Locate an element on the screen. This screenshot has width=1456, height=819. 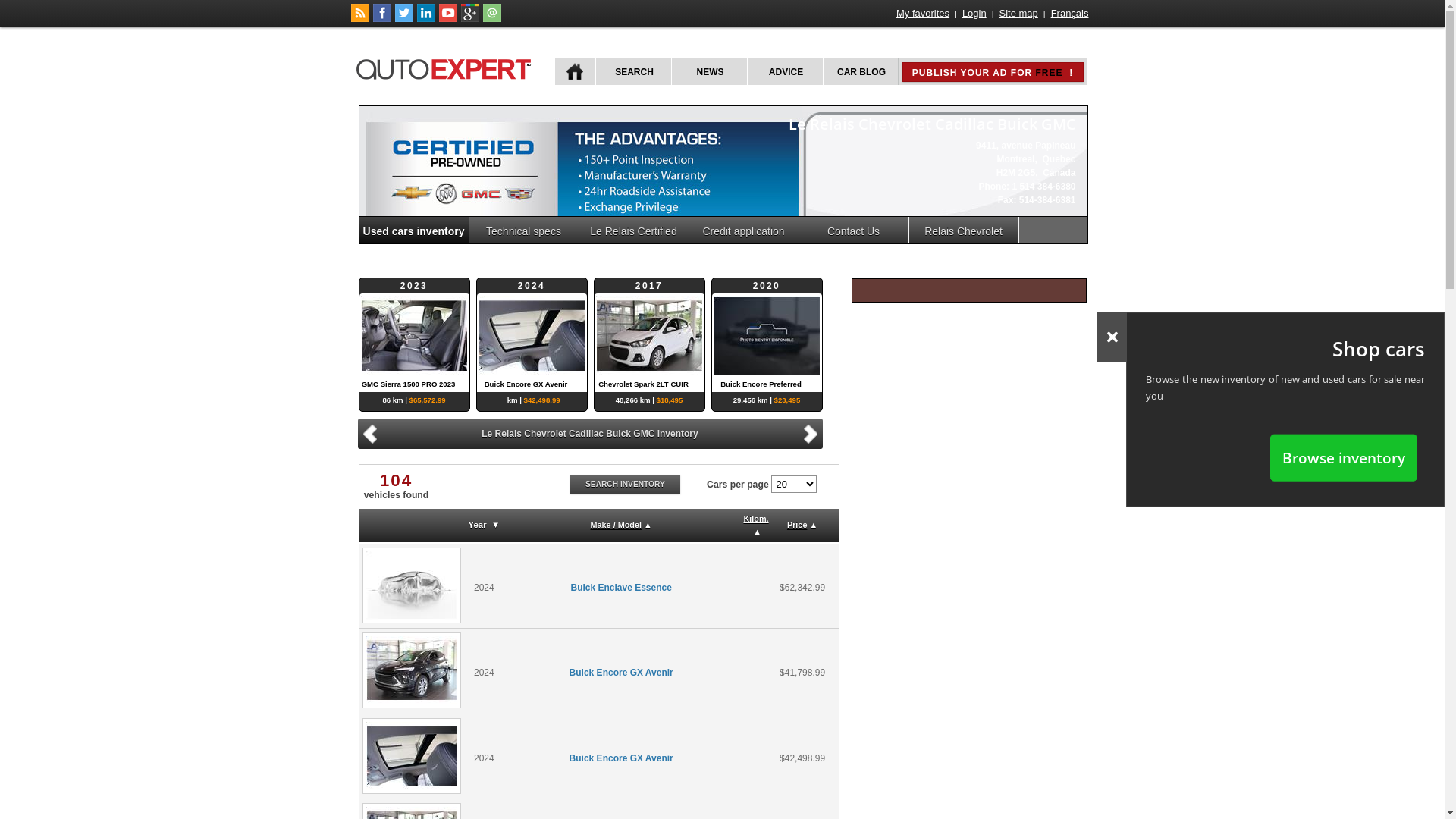
'ADVICE' is located at coordinates (783, 71).